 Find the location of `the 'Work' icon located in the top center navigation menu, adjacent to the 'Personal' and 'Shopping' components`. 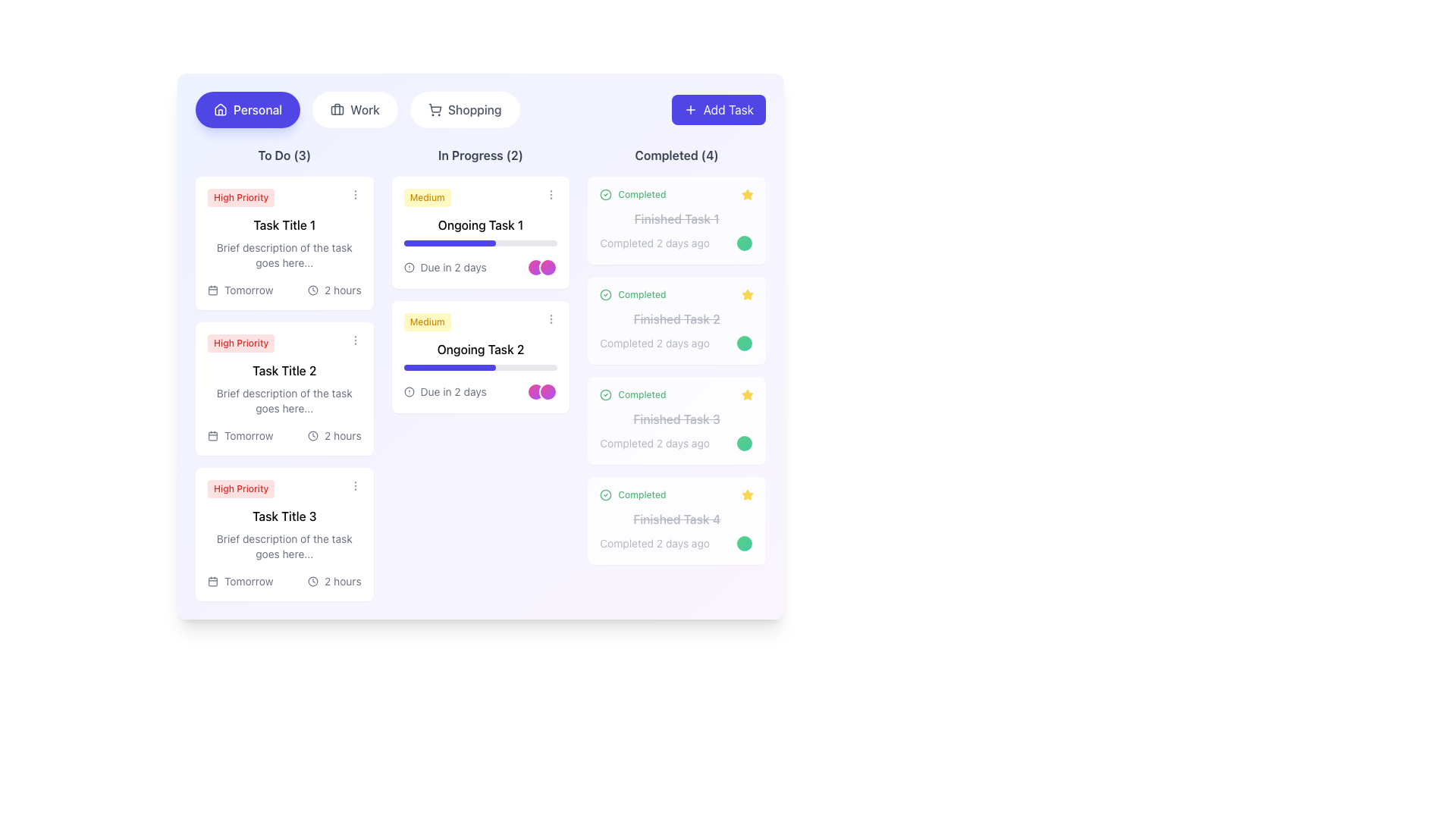

the 'Work' icon located in the top center navigation menu, adjacent to the 'Personal' and 'Shopping' components is located at coordinates (337, 109).